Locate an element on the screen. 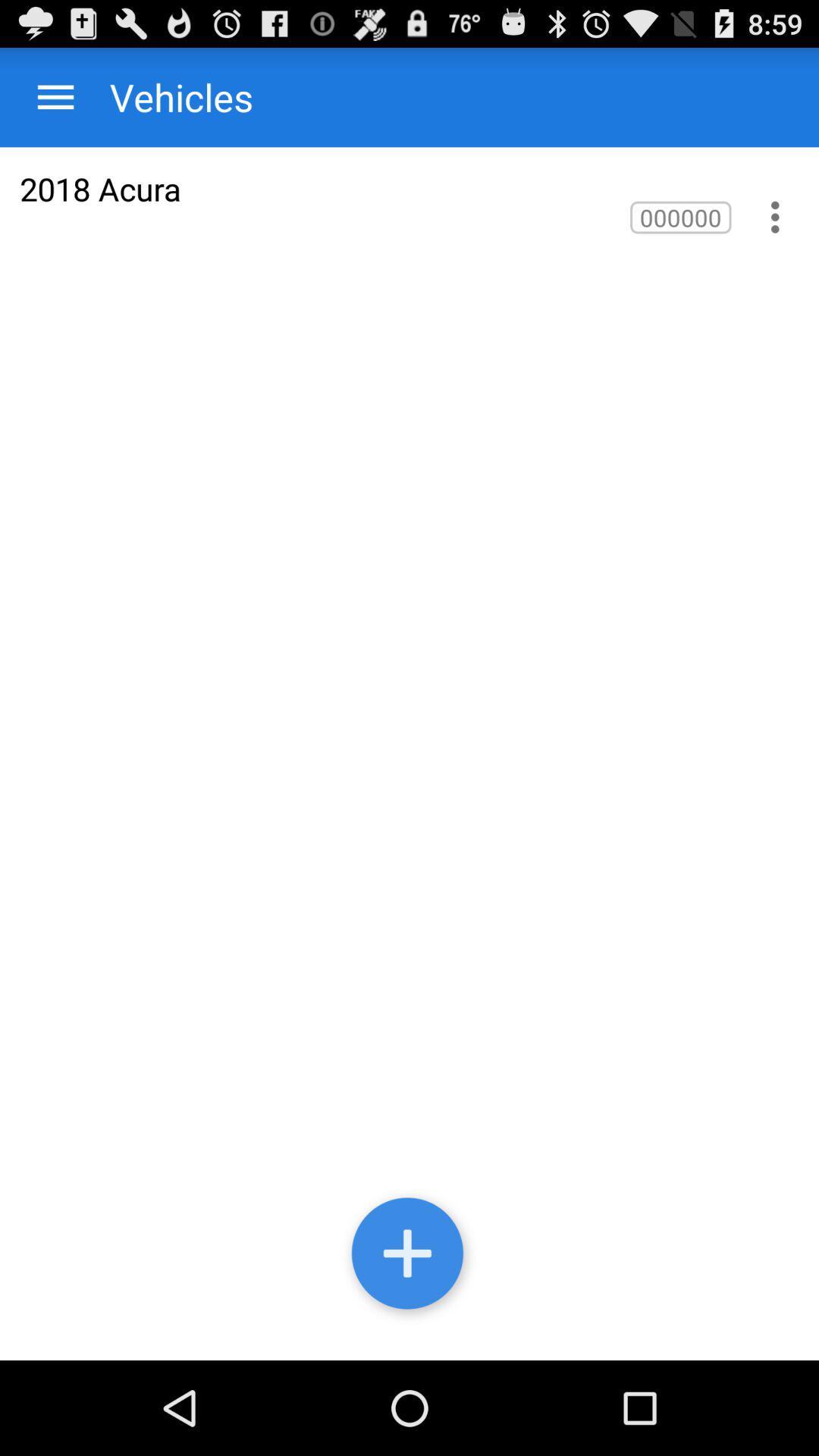 The height and width of the screenshot is (1456, 819). app next to the vehicles item is located at coordinates (55, 96).